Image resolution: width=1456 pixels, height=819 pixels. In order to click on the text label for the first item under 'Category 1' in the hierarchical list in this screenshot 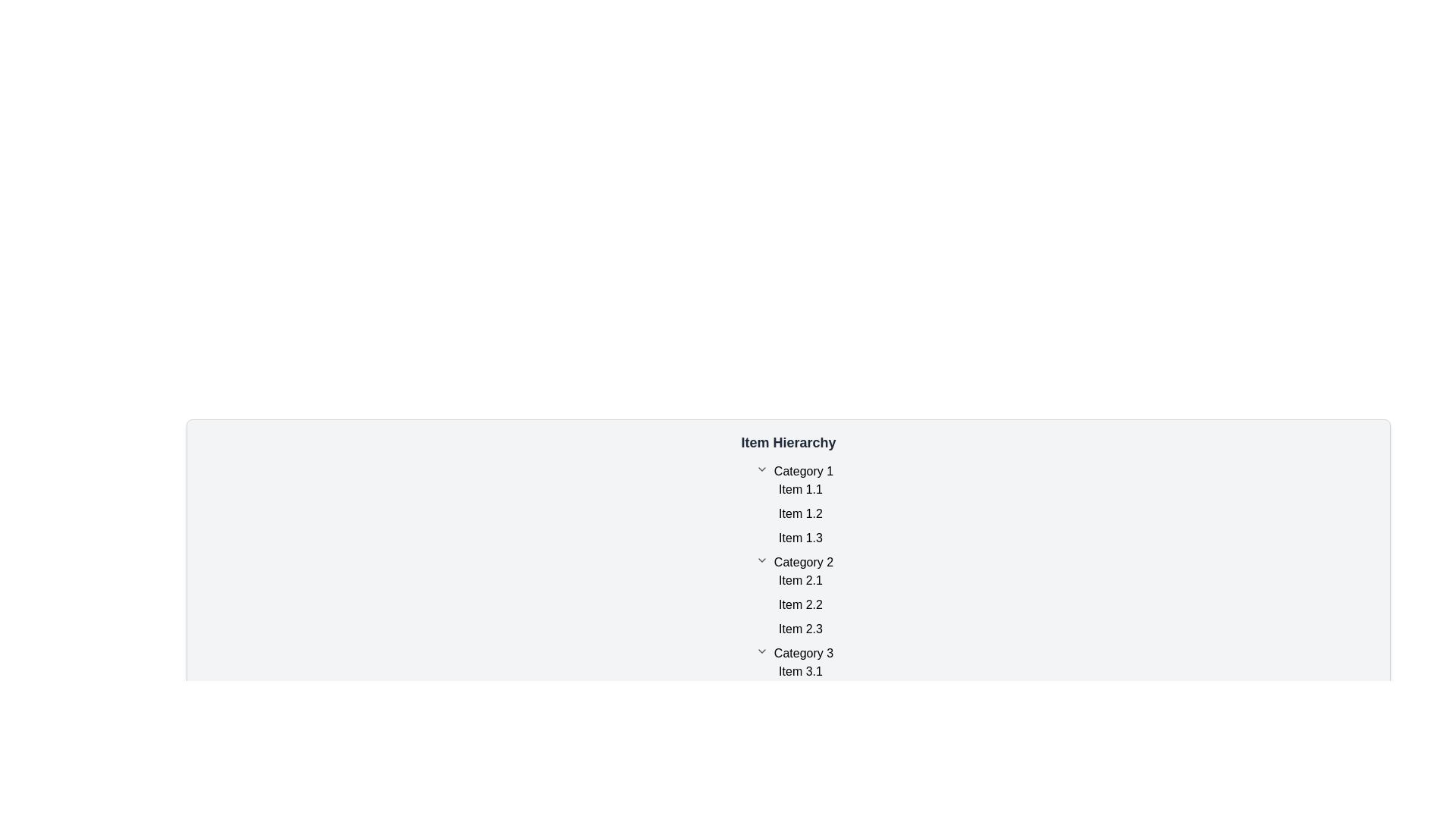, I will do `click(800, 488)`.